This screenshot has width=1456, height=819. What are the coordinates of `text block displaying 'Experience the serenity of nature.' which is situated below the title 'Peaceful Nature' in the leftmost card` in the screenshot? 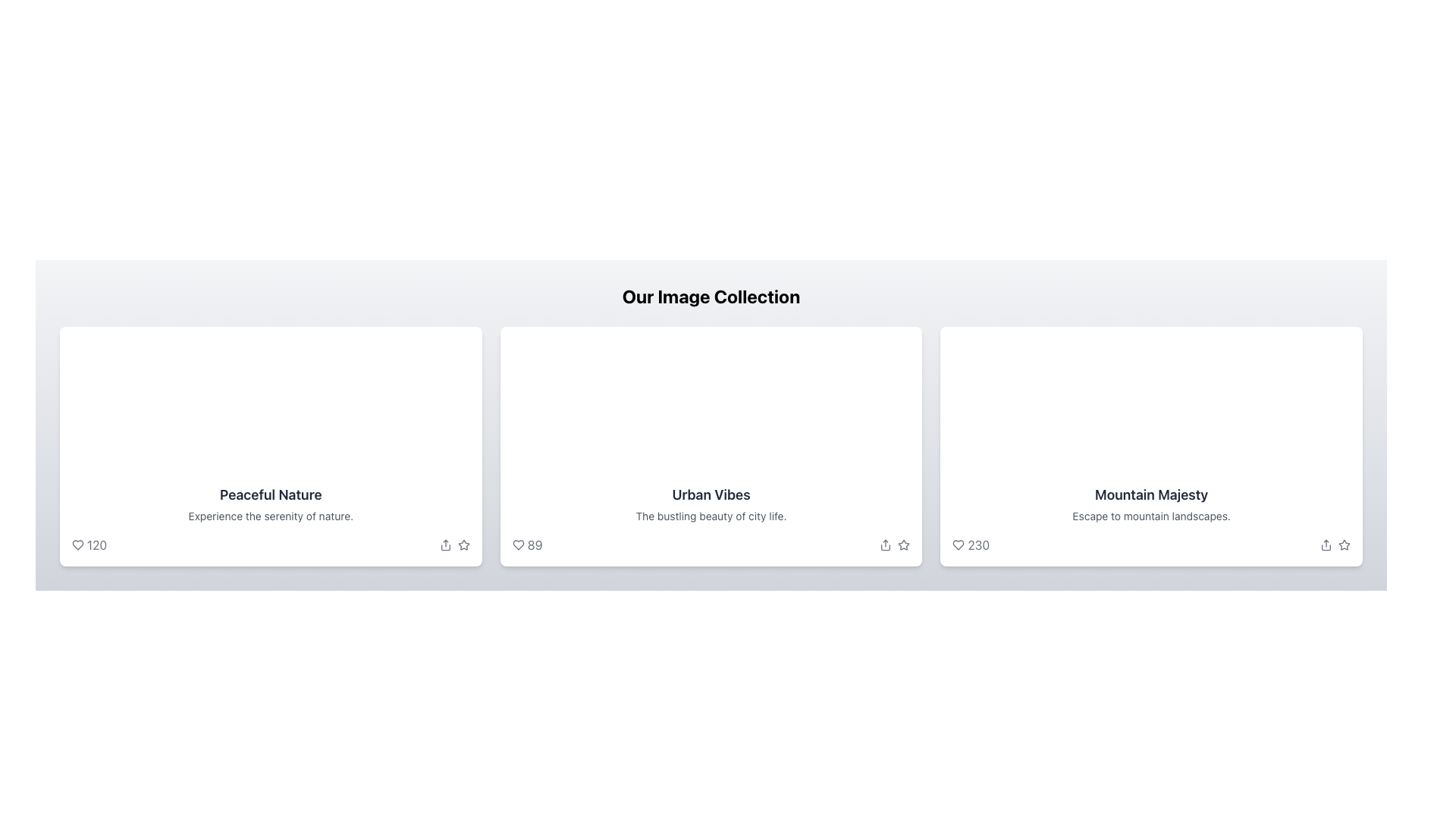 It's located at (271, 516).